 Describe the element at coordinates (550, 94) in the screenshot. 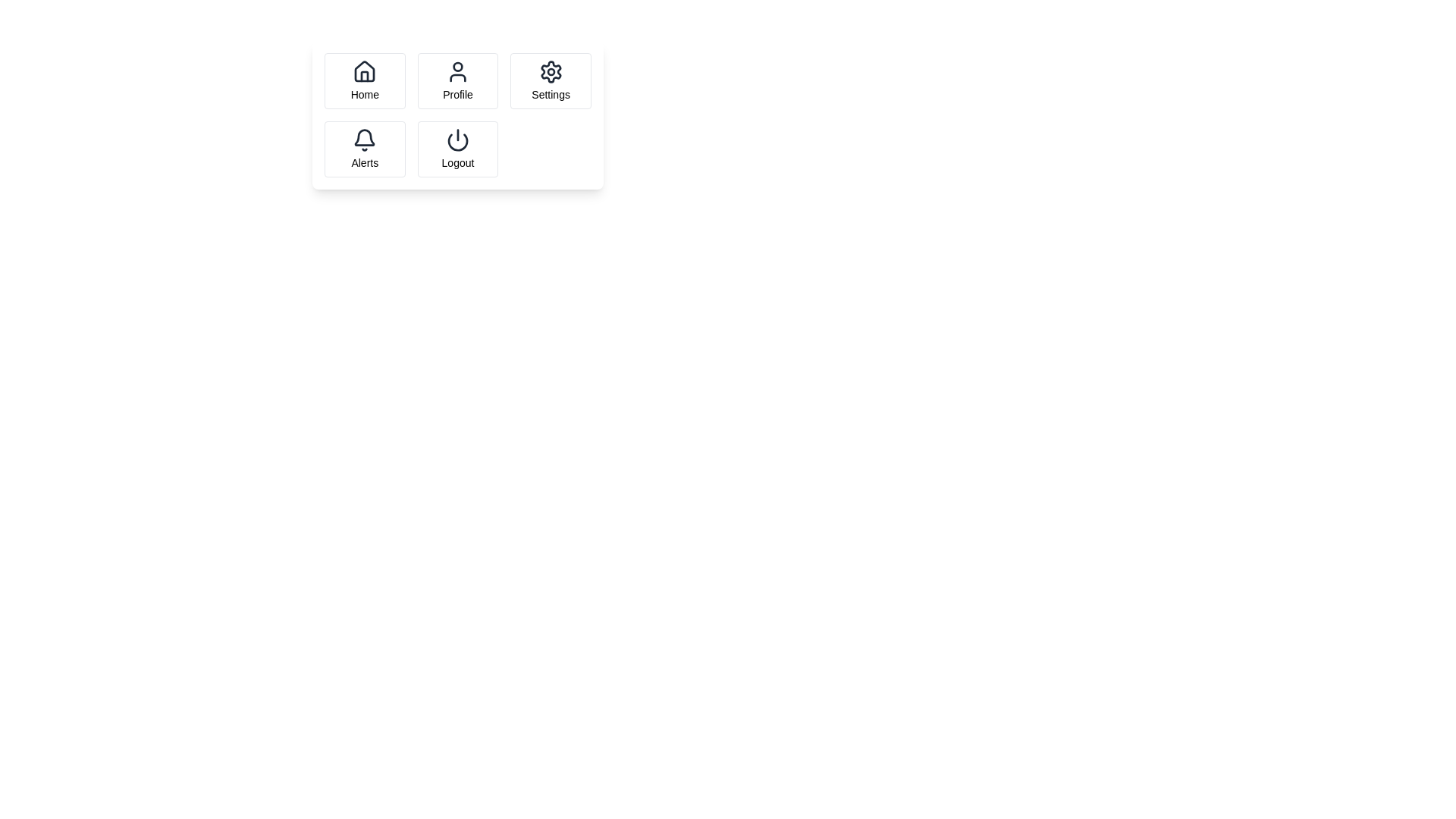

I see `the Text label that describes the functionality of the settings block, located below the gear icon in the fourth block of the top row of the settings grid` at that location.